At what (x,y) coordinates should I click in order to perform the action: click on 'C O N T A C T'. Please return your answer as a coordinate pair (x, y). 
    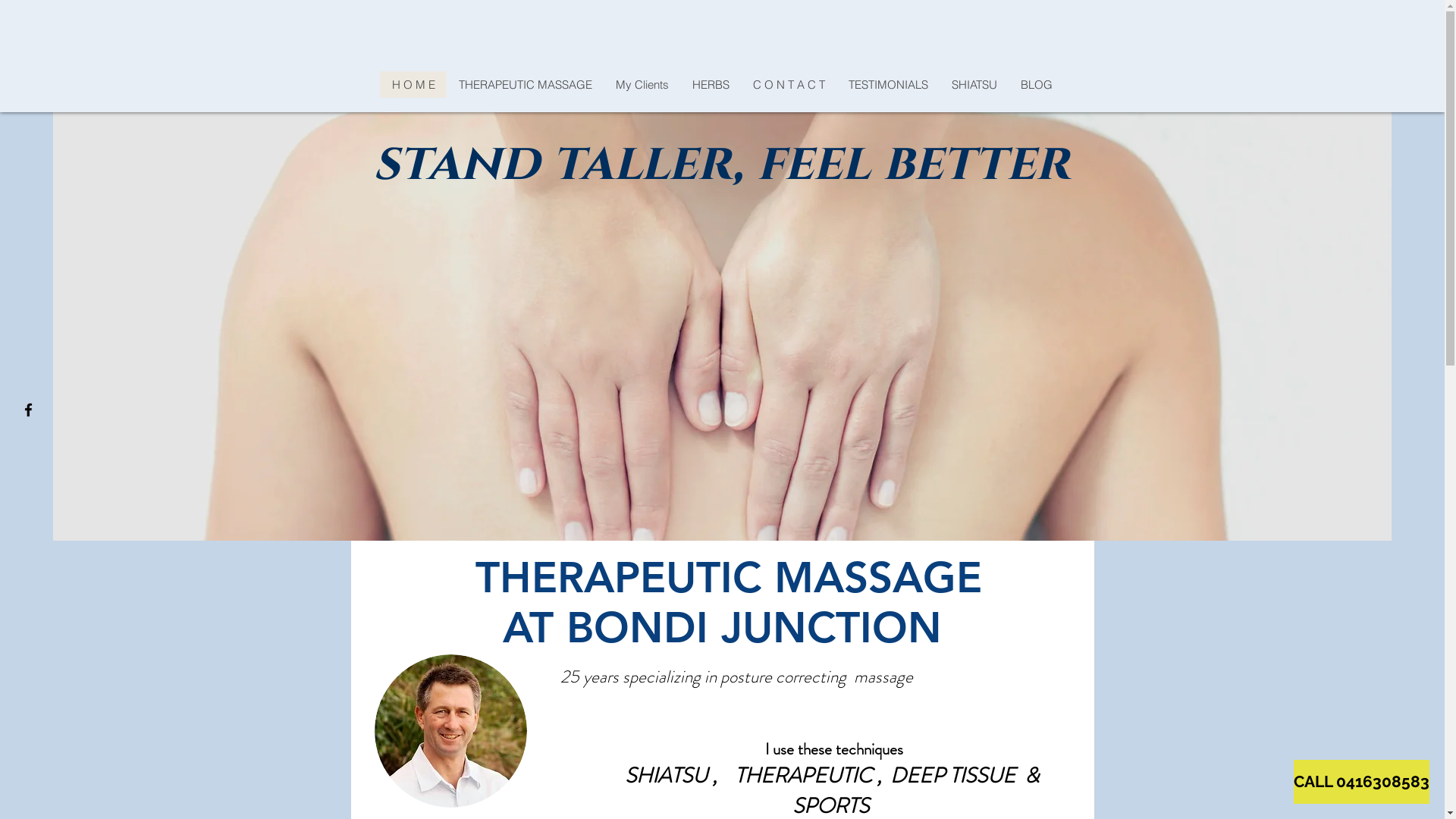
    Looking at the image, I should click on (741, 84).